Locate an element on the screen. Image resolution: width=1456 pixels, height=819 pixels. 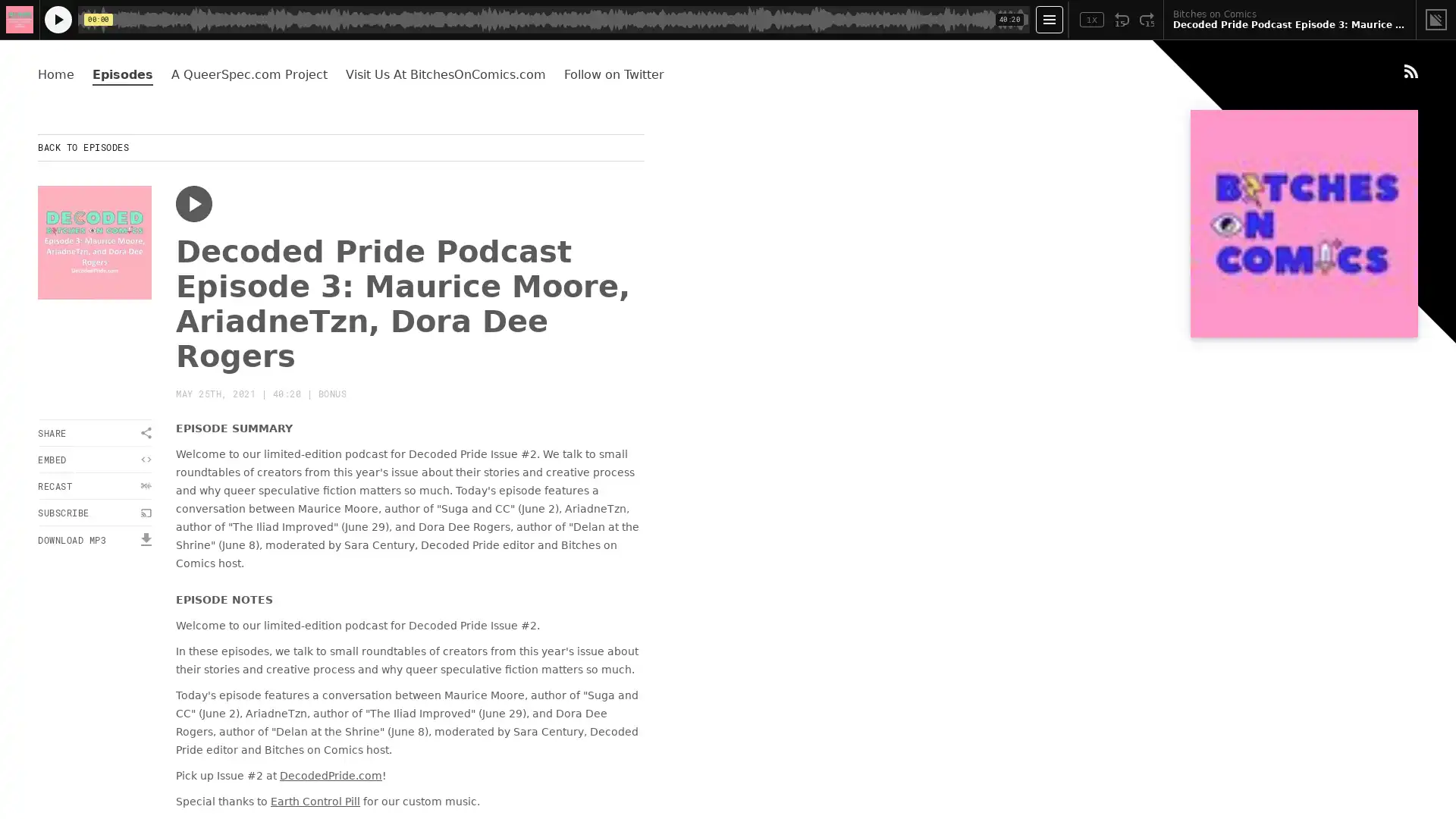
BACK TO EPISODES is located at coordinates (340, 148).